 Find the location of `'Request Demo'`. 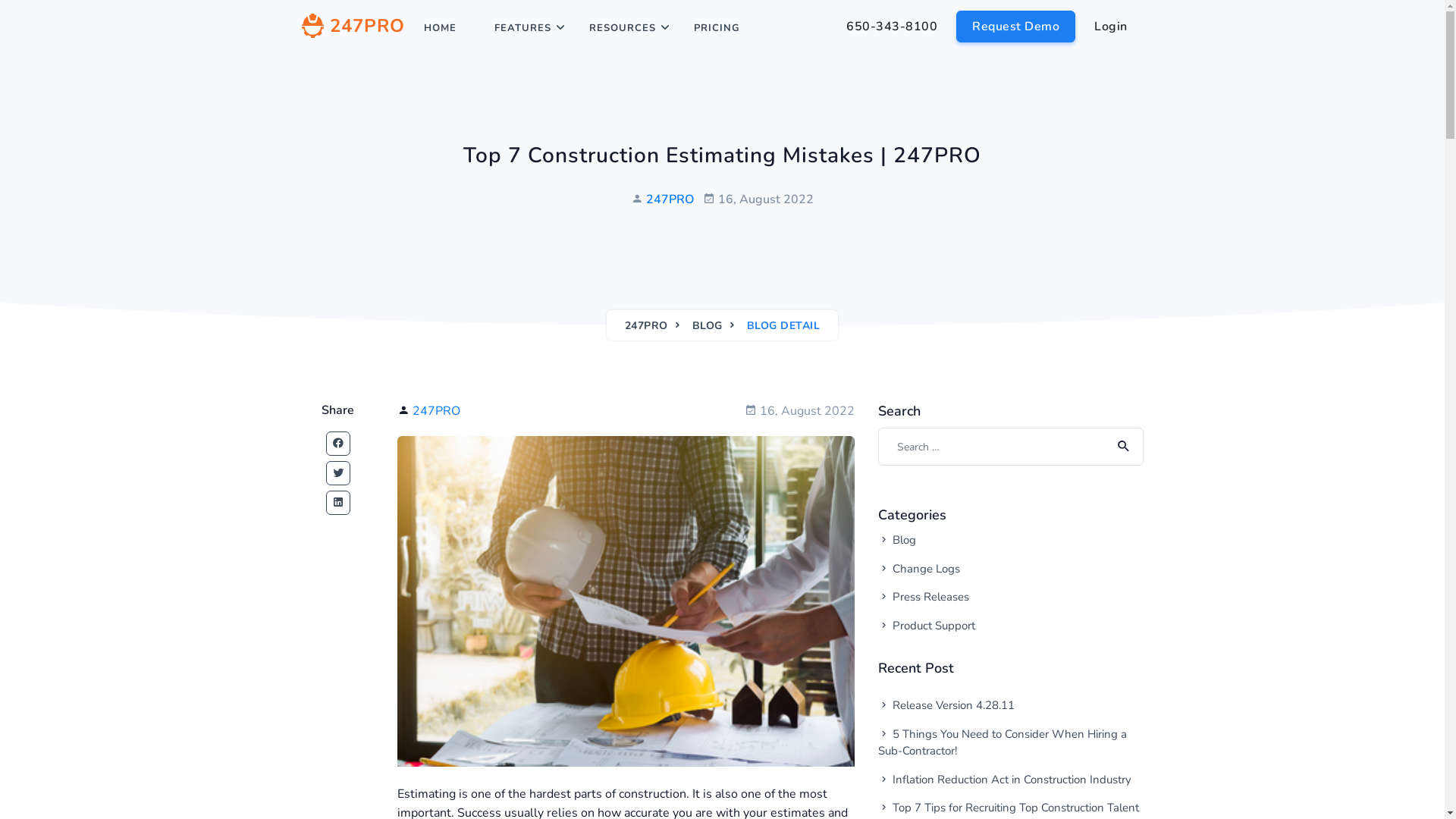

'Request Demo' is located at coordinates (1015, 26).